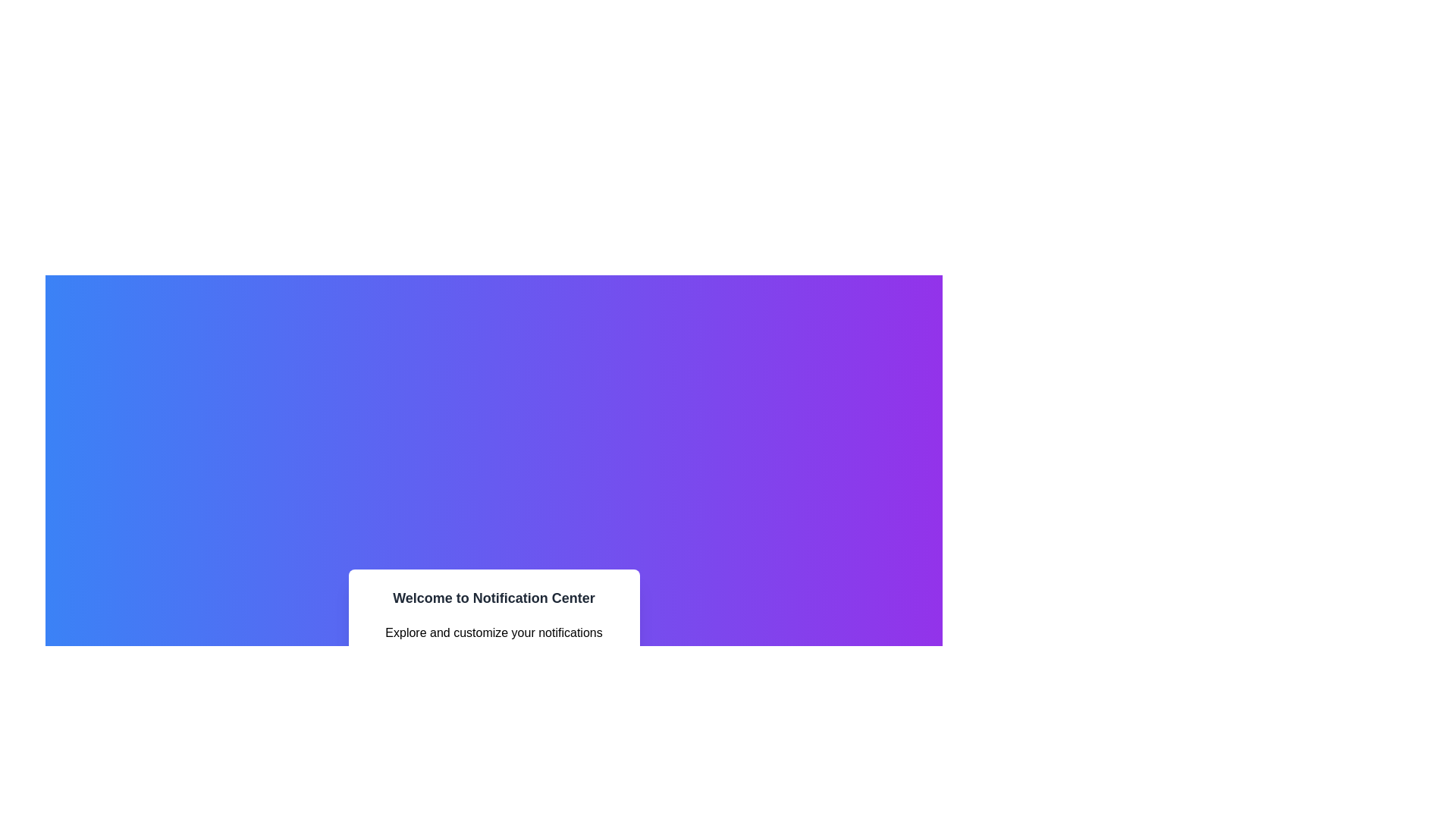  What do you see at coordinates (494, 642) in the screenshot?
I see `the text element providing additional descriptive information about the notification customization utilities, located under the heading 'Welcome to Notification Center'` at bounding box center [494, 642].